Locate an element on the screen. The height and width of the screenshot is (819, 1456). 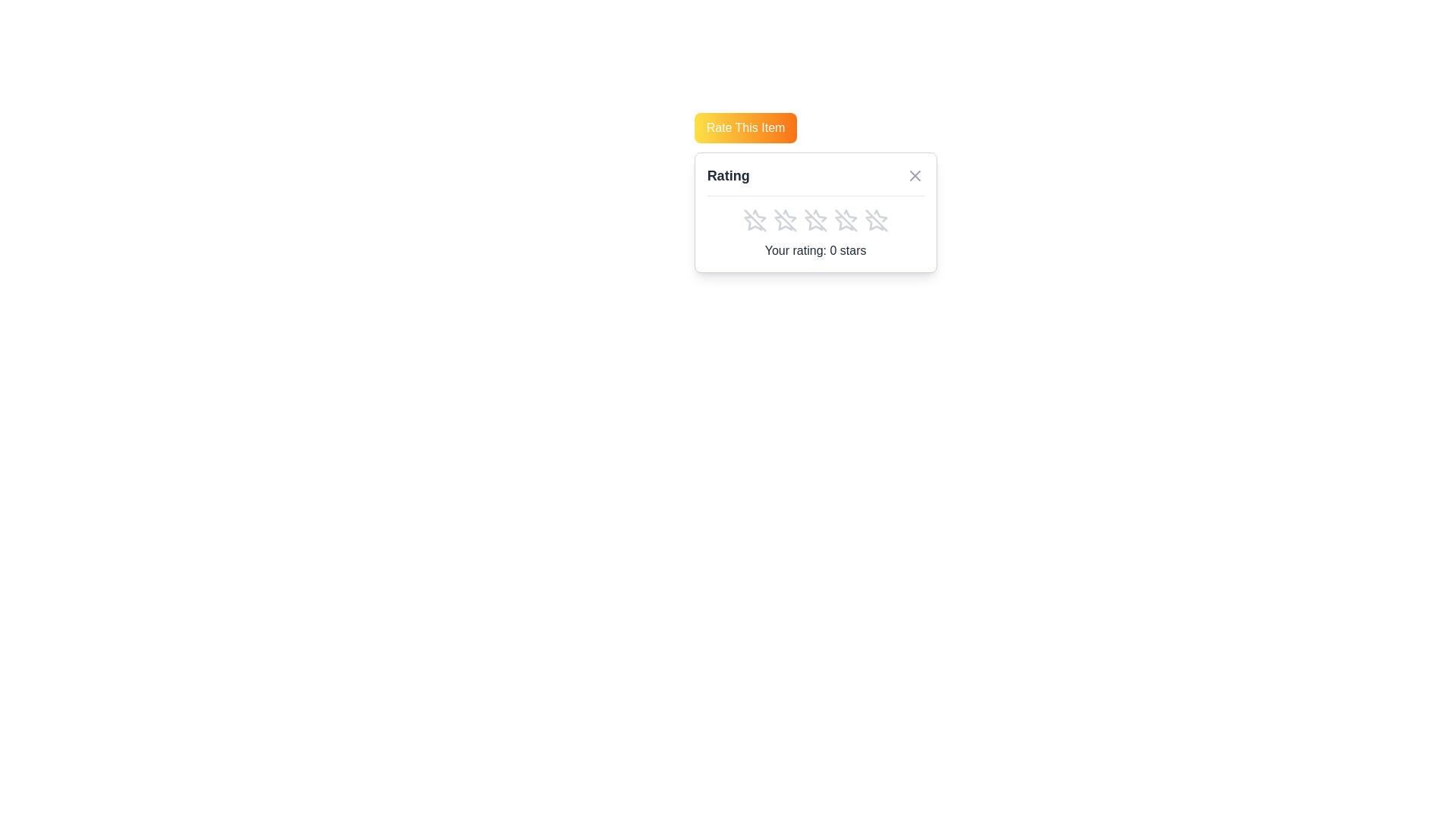
the first star icon in the 5-star rating widget is located at coordinates (755, 220).